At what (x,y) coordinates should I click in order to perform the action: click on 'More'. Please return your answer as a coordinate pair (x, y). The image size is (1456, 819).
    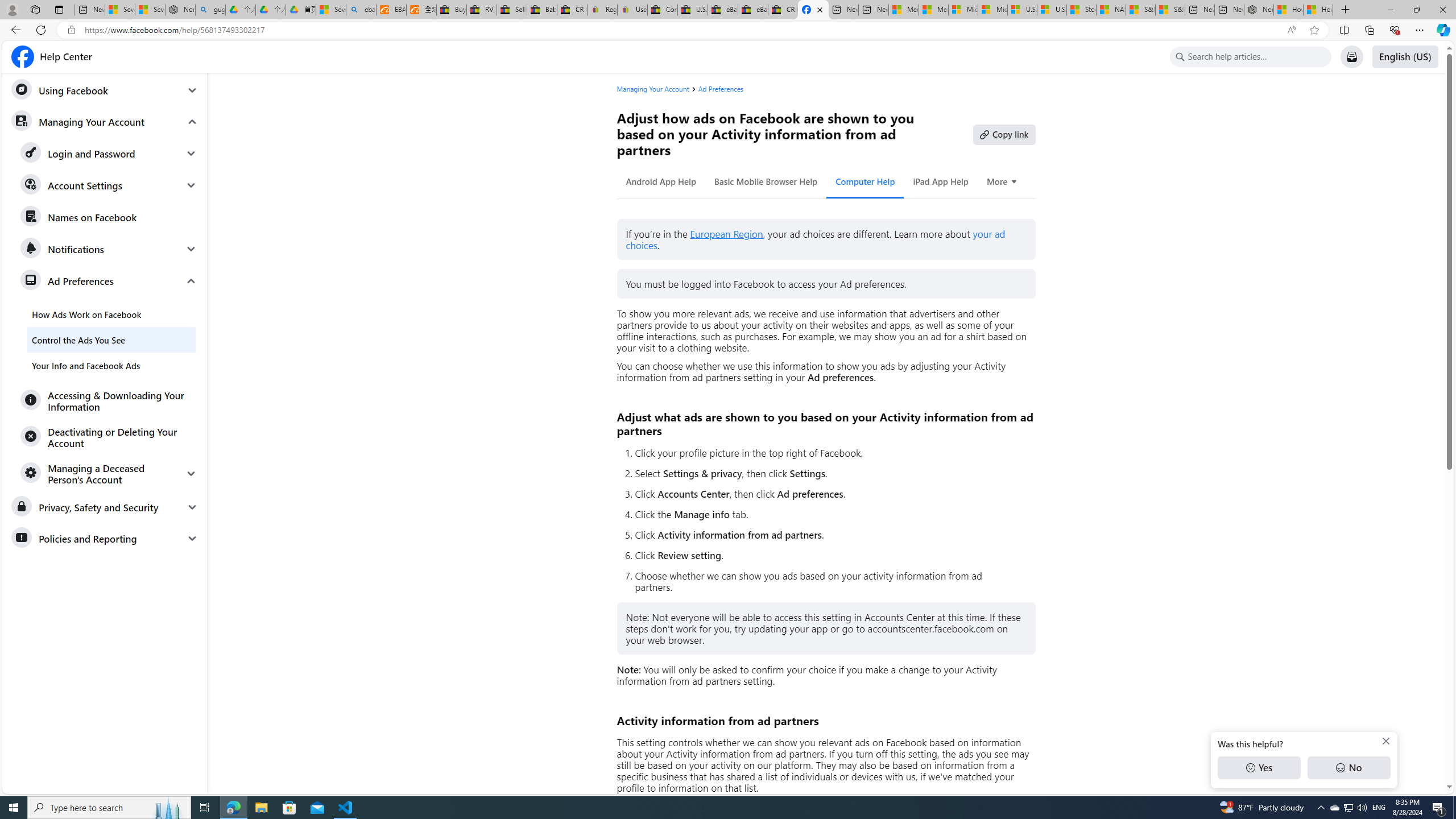
    Looking at the image, I should click on (1002, 181).